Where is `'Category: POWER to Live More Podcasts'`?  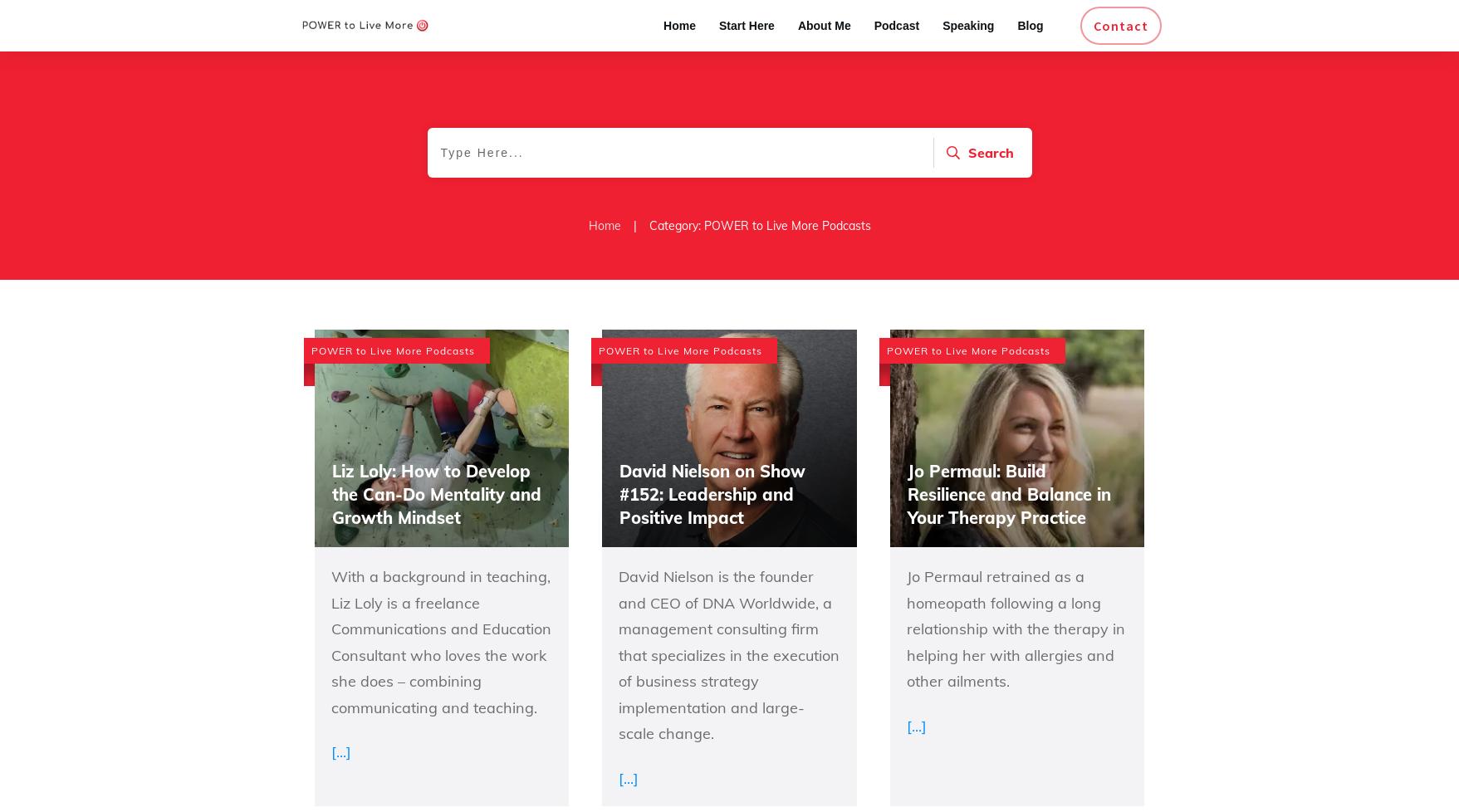 'Category: POWER to Live More Podcasts' is located at coordinates (758, 224).